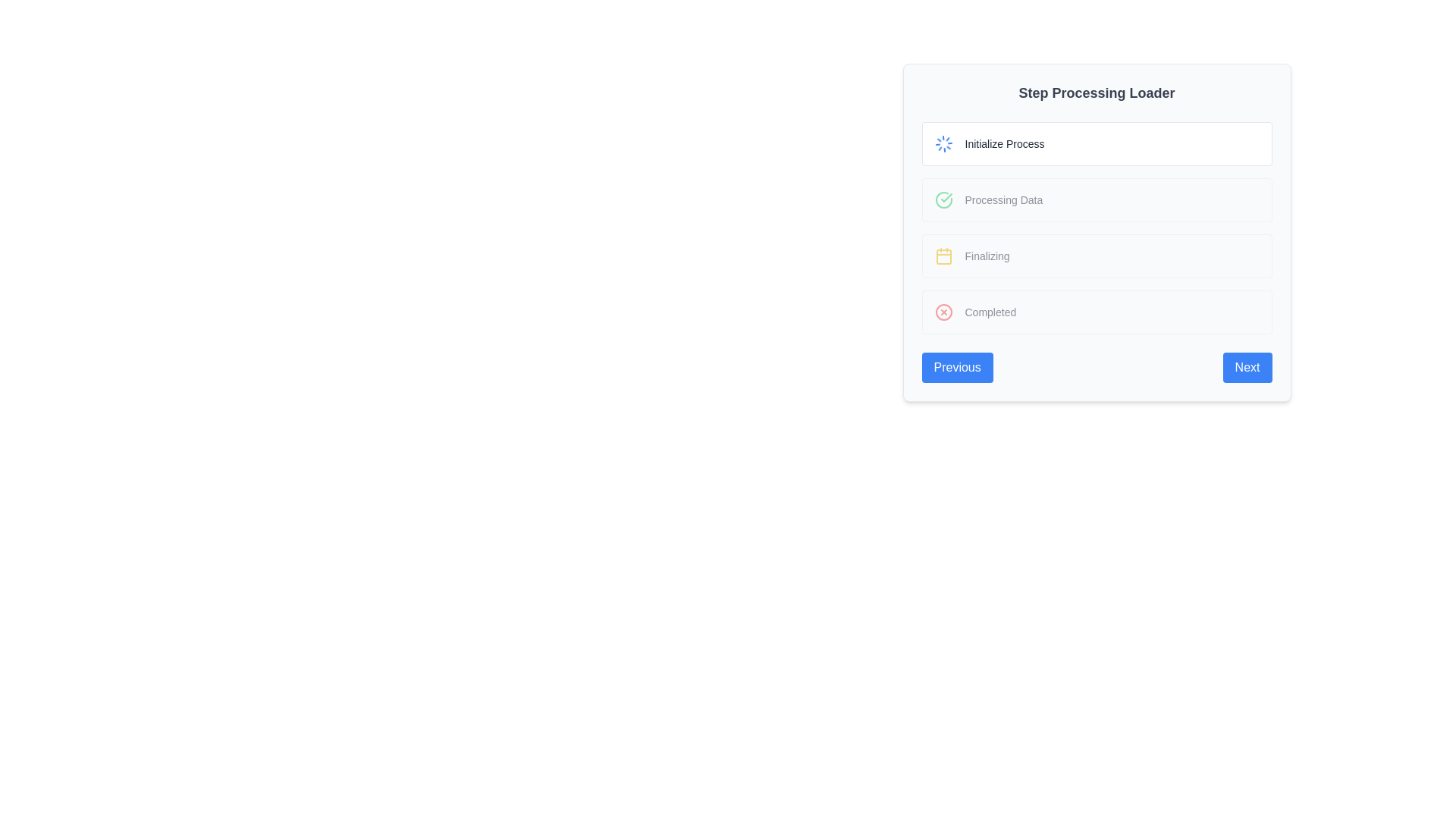  I want to click on the navigation button located at the bottom-left of the 'Step Processing Loader' dialog box, so click(956, 368).